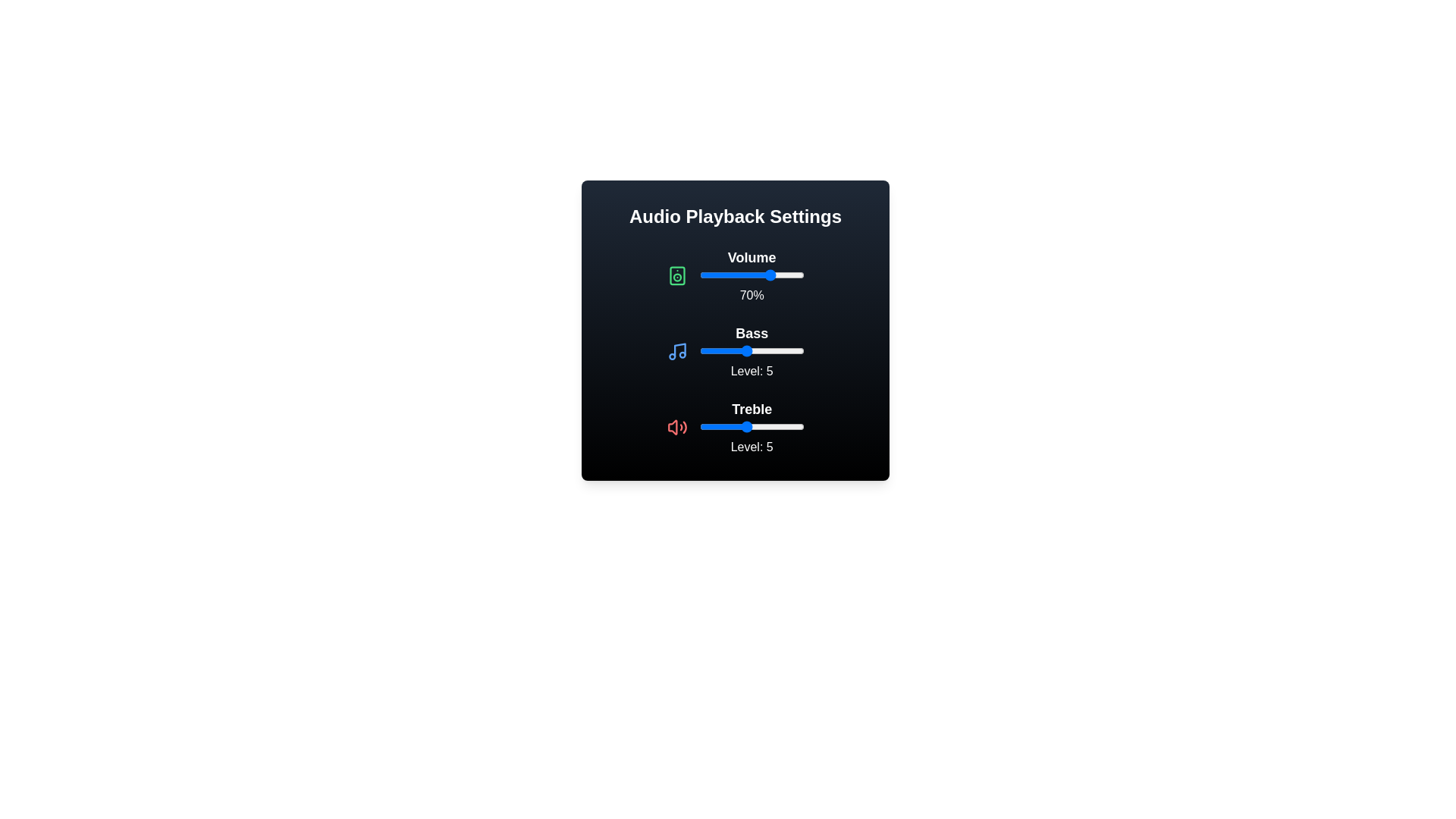  I want to click on text displayed in the Text label stating 'Level: 5', which is positioned below the 'Treble' slider in the 'Audio Playback Settings' section, so click(752, 447).